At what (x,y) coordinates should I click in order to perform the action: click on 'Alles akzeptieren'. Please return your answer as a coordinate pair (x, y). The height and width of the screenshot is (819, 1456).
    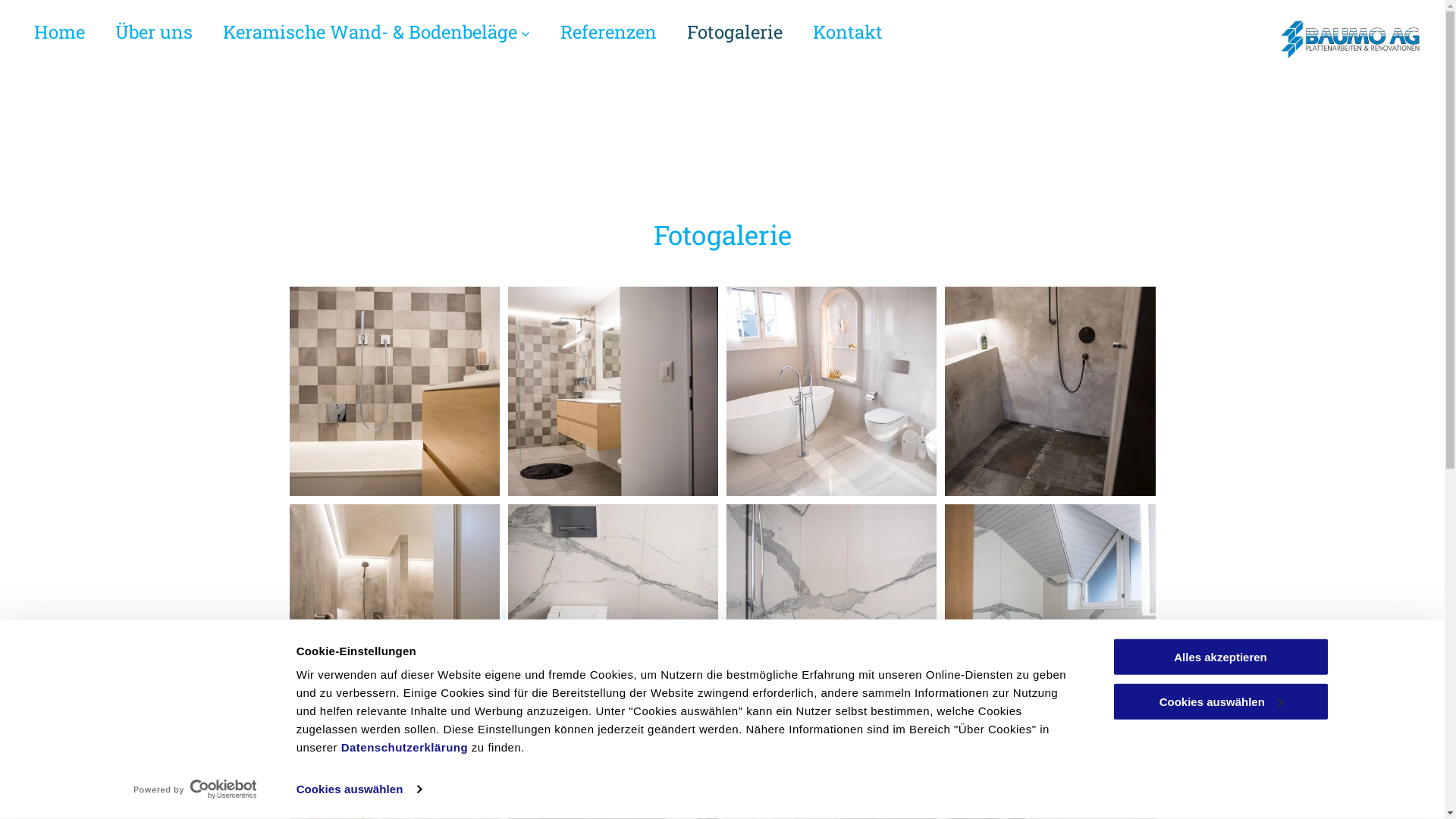
    Looking at the image, I should click on (1219, 656).